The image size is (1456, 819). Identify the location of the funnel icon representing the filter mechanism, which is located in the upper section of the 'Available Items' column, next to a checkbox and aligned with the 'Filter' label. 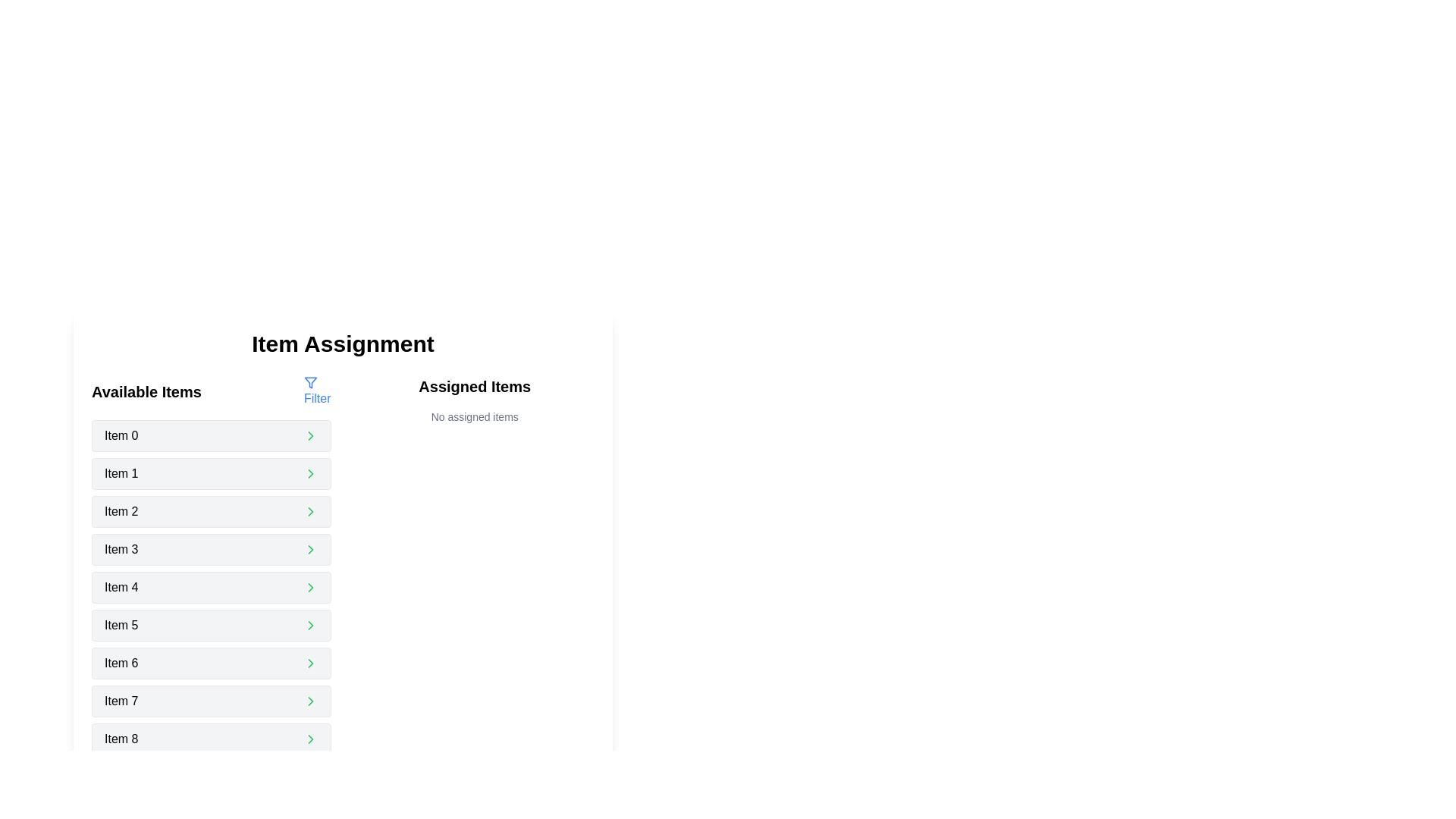
(309, 382).